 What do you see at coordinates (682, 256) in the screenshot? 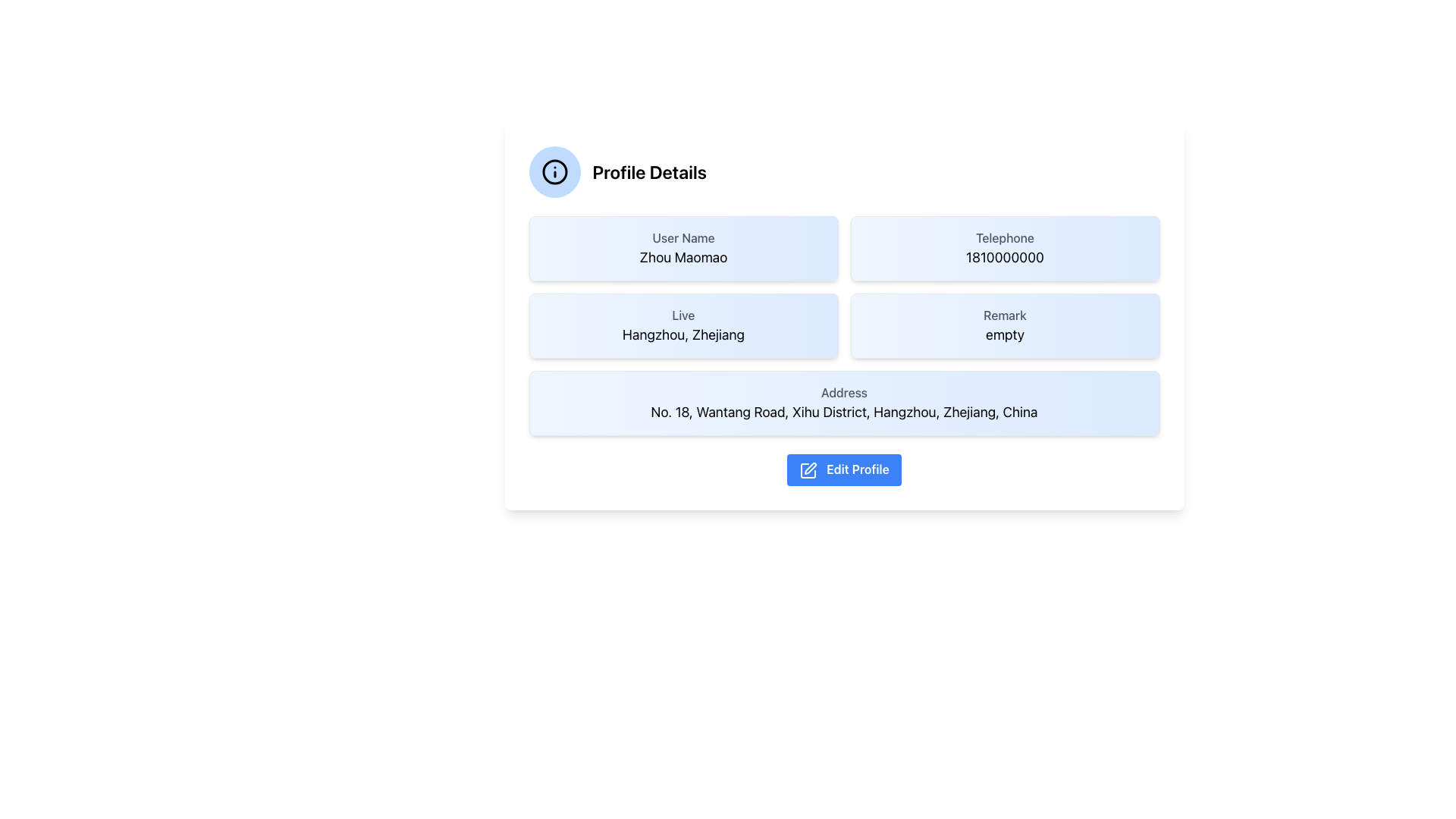
I see `text displayed in the large, bold, black font saying 'Zhou Maomao' within the light blue background section of the Text Display element` at bounding box center [682, 256].